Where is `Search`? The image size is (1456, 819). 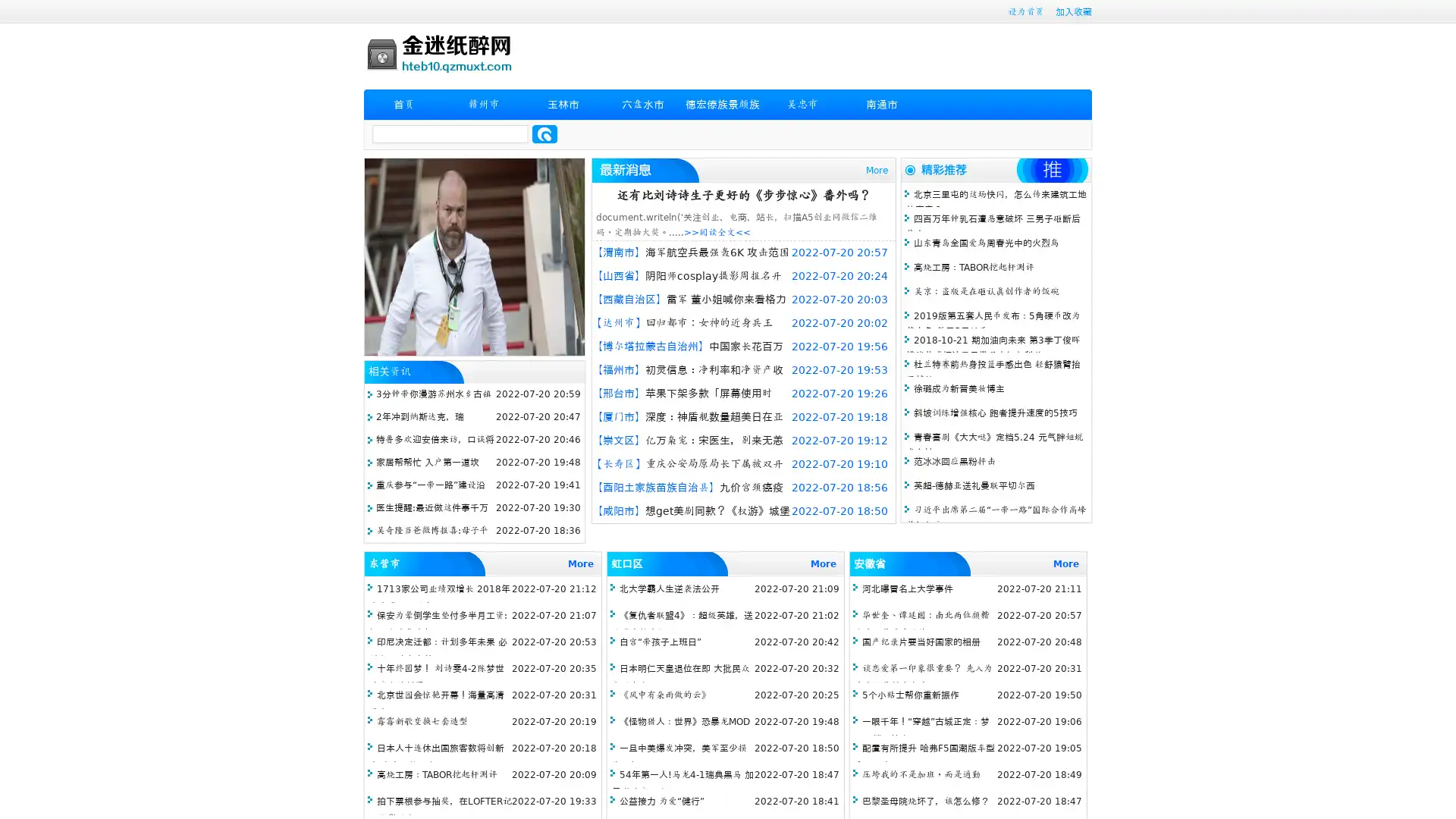
Search is located at coordinates (544, 133).